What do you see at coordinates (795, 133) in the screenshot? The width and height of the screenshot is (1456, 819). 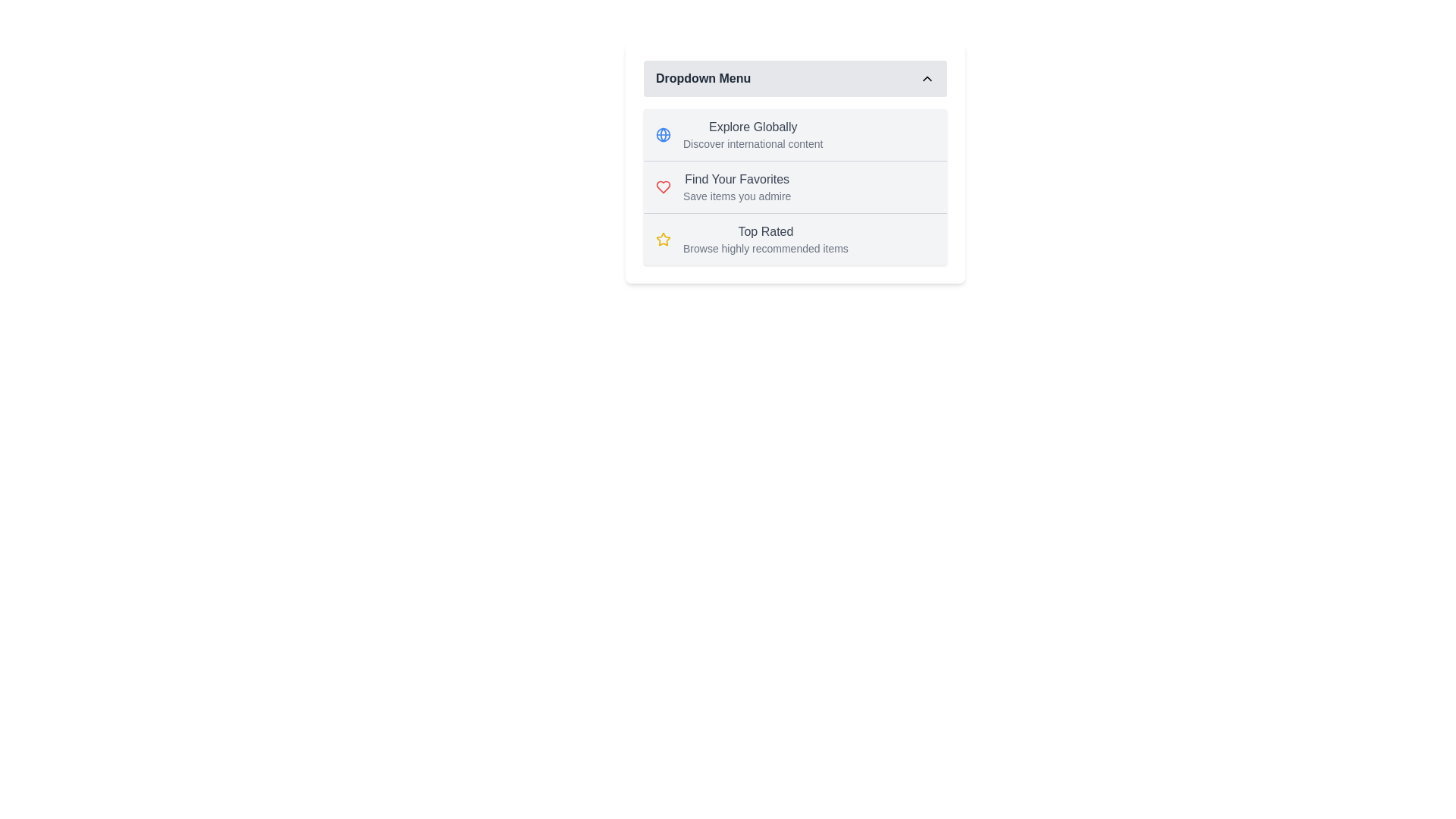 I see `the 'Explore Globally' menu item, which features a blue globe icon and is the first item` at bounding box center [795, 133].